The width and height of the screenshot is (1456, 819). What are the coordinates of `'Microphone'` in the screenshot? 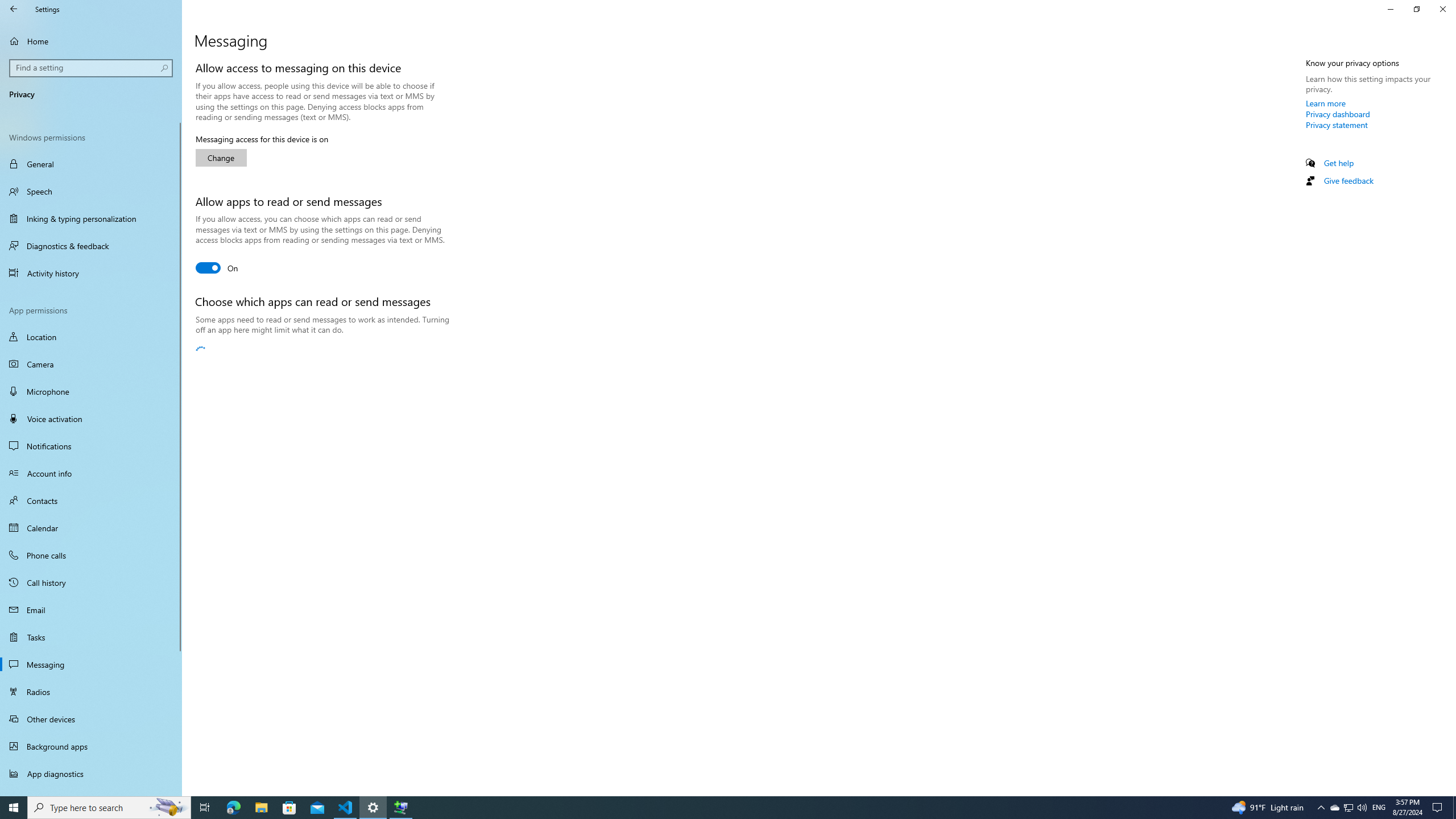 It's located at (90, 390).